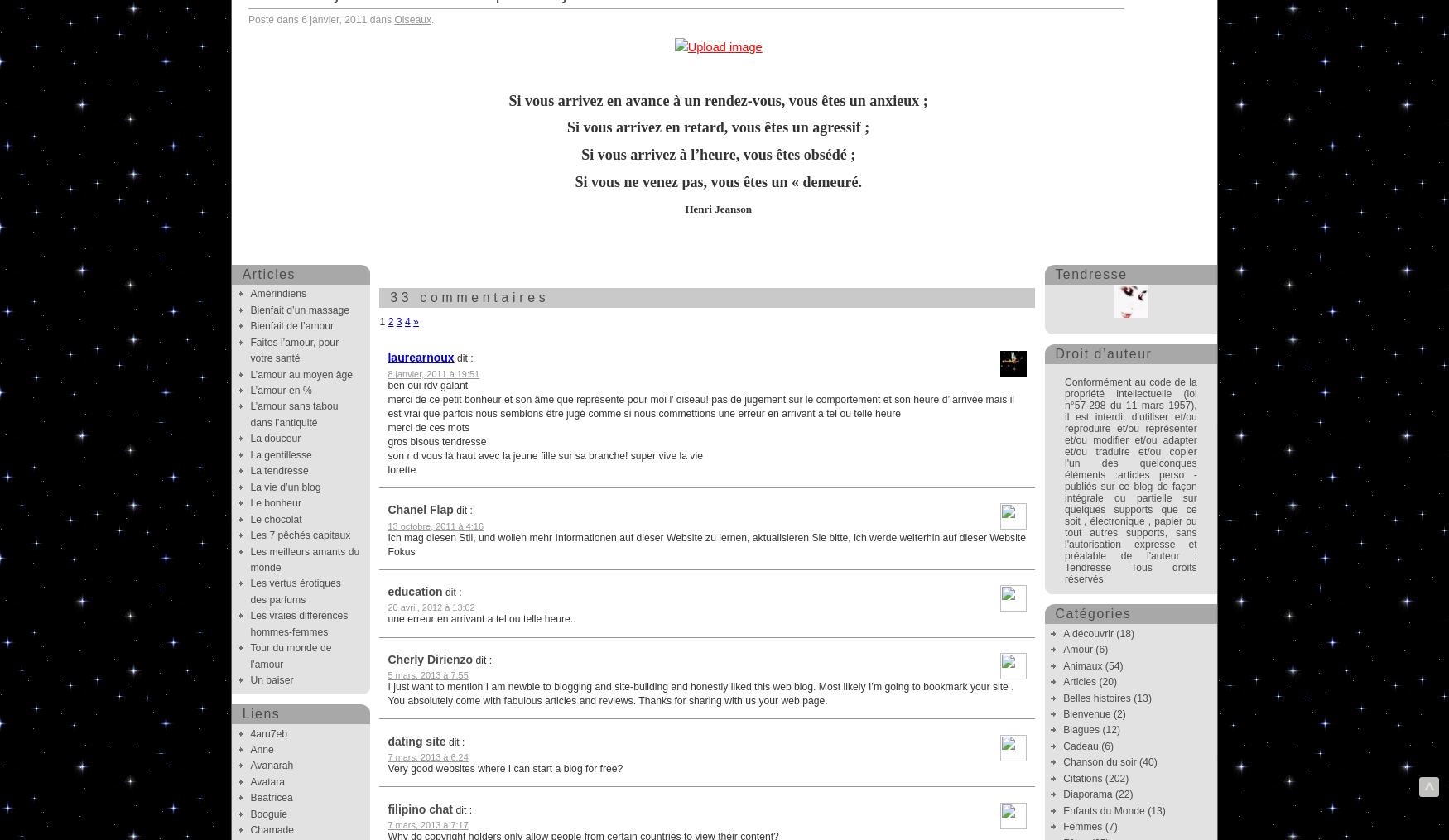  What do you see at coordinates (1086, 794) in the screenshot?
I see `'Diaporama'` at bounding box center [1086, 794].